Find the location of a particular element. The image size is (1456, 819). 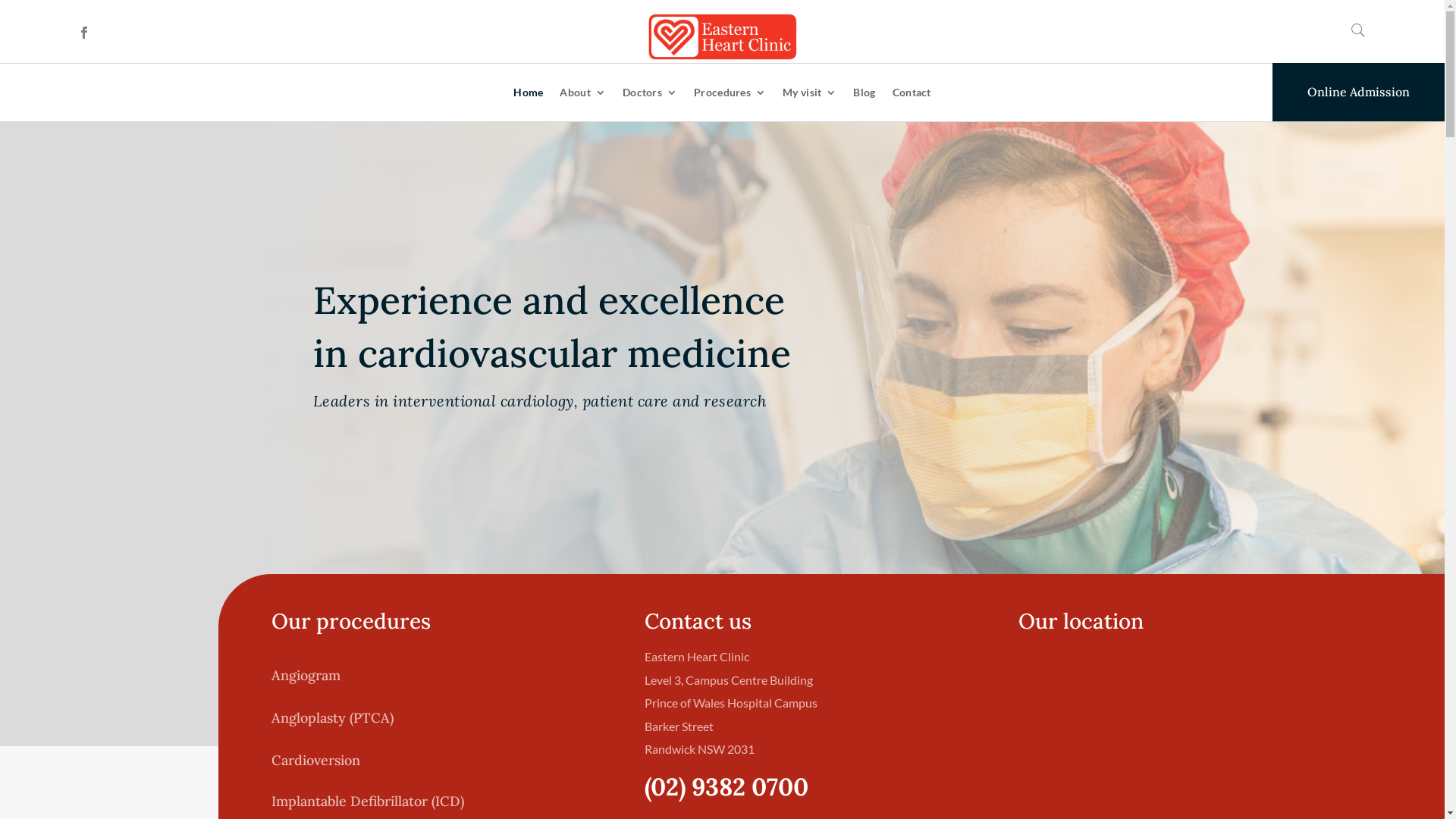

'Online Admission' is located at coordinates (1358, 92).